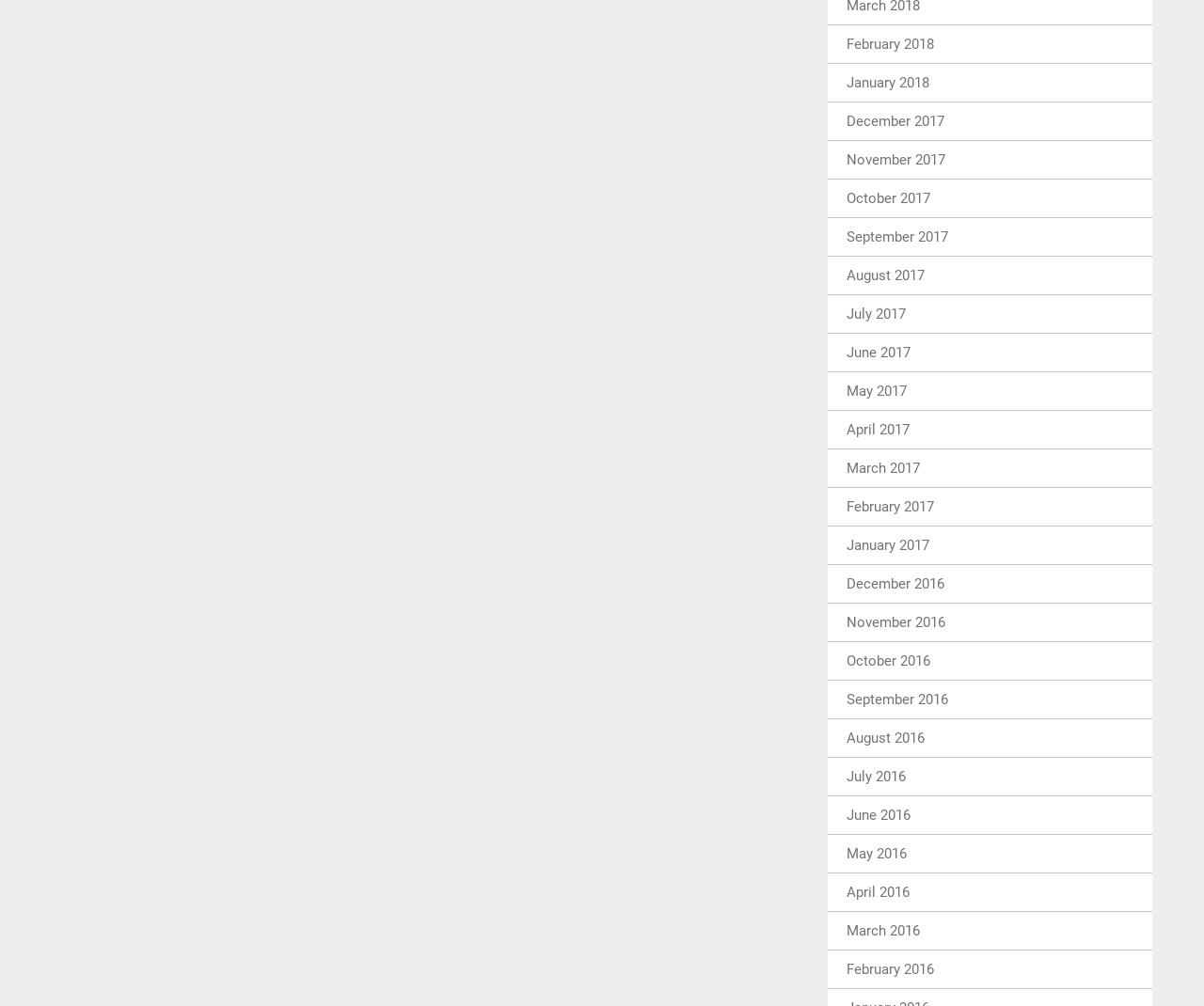  I want to click on 'February 2018', so click(889, 42).